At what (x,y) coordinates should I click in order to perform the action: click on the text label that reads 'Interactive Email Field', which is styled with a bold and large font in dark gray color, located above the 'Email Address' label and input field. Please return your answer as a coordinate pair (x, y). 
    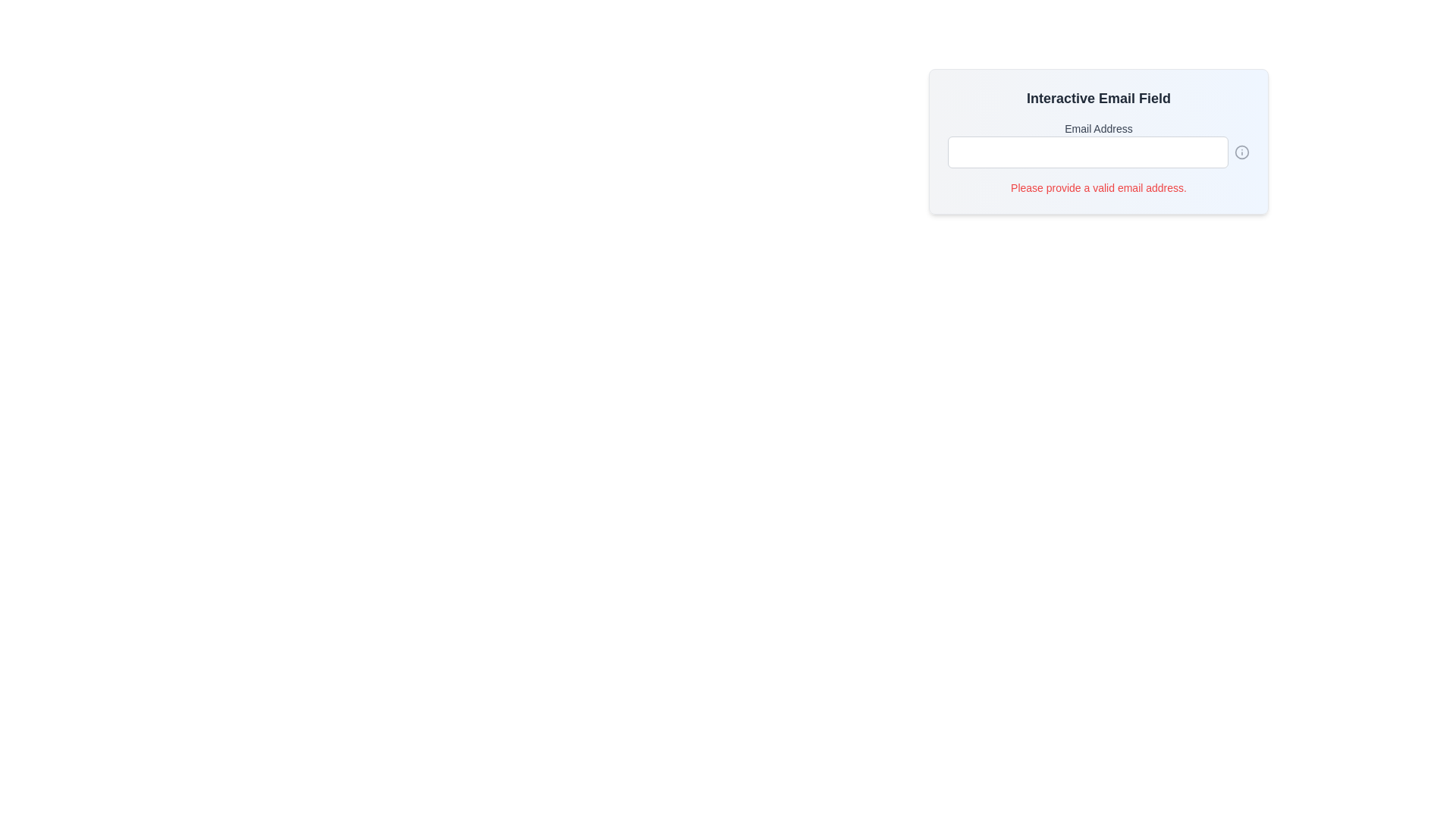
    Looking at the image, I should click on (1099, 99).